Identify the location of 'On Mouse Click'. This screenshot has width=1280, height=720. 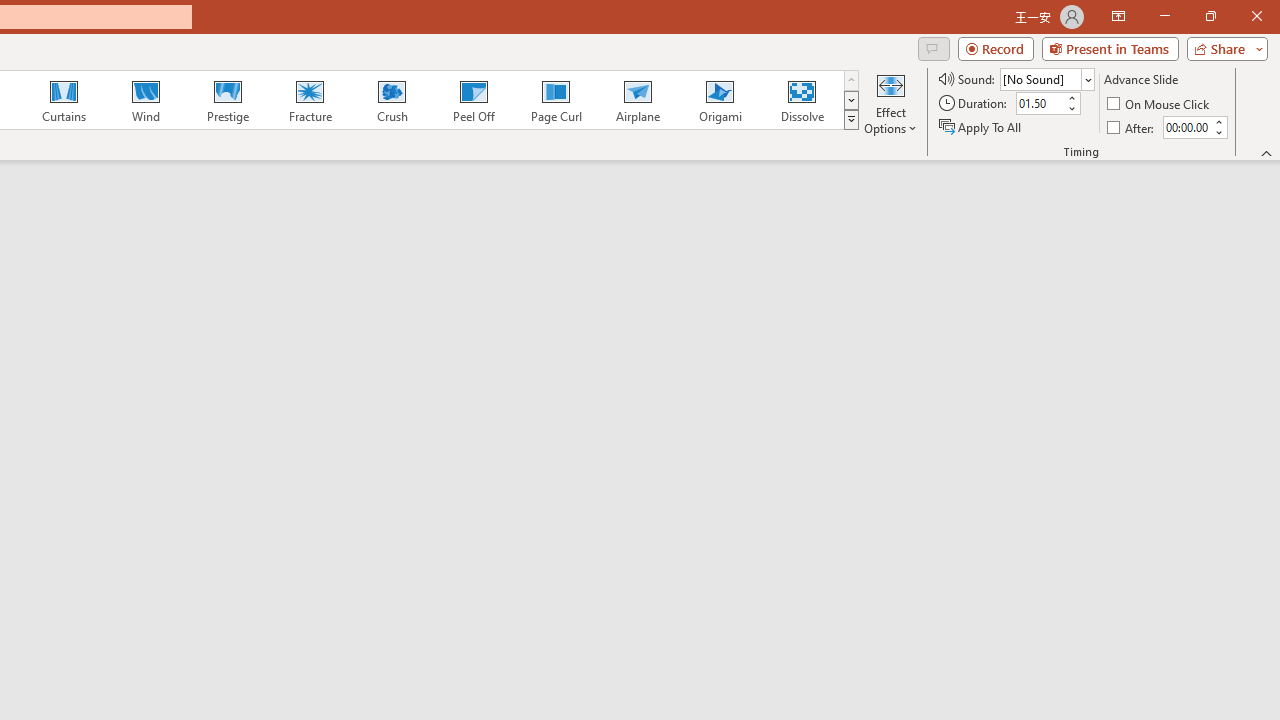
(1159, 103).